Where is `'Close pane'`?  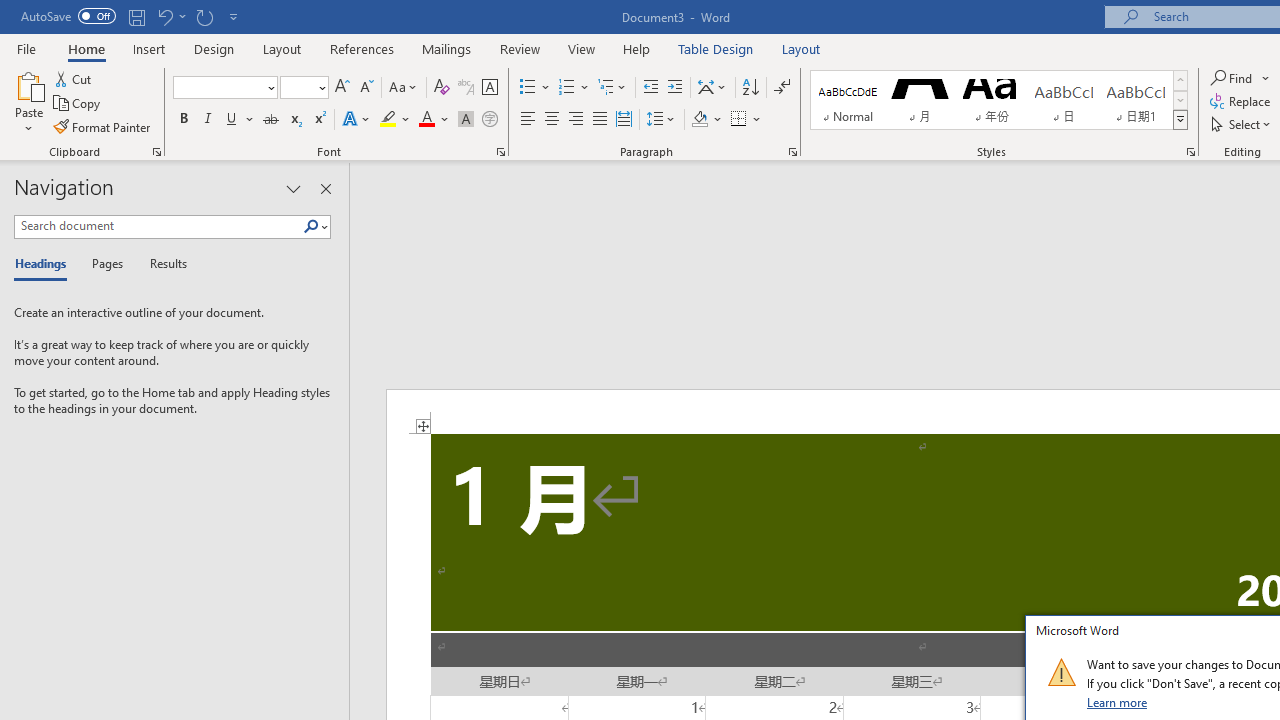
'Close pane' is located at coordinates (325, 189).